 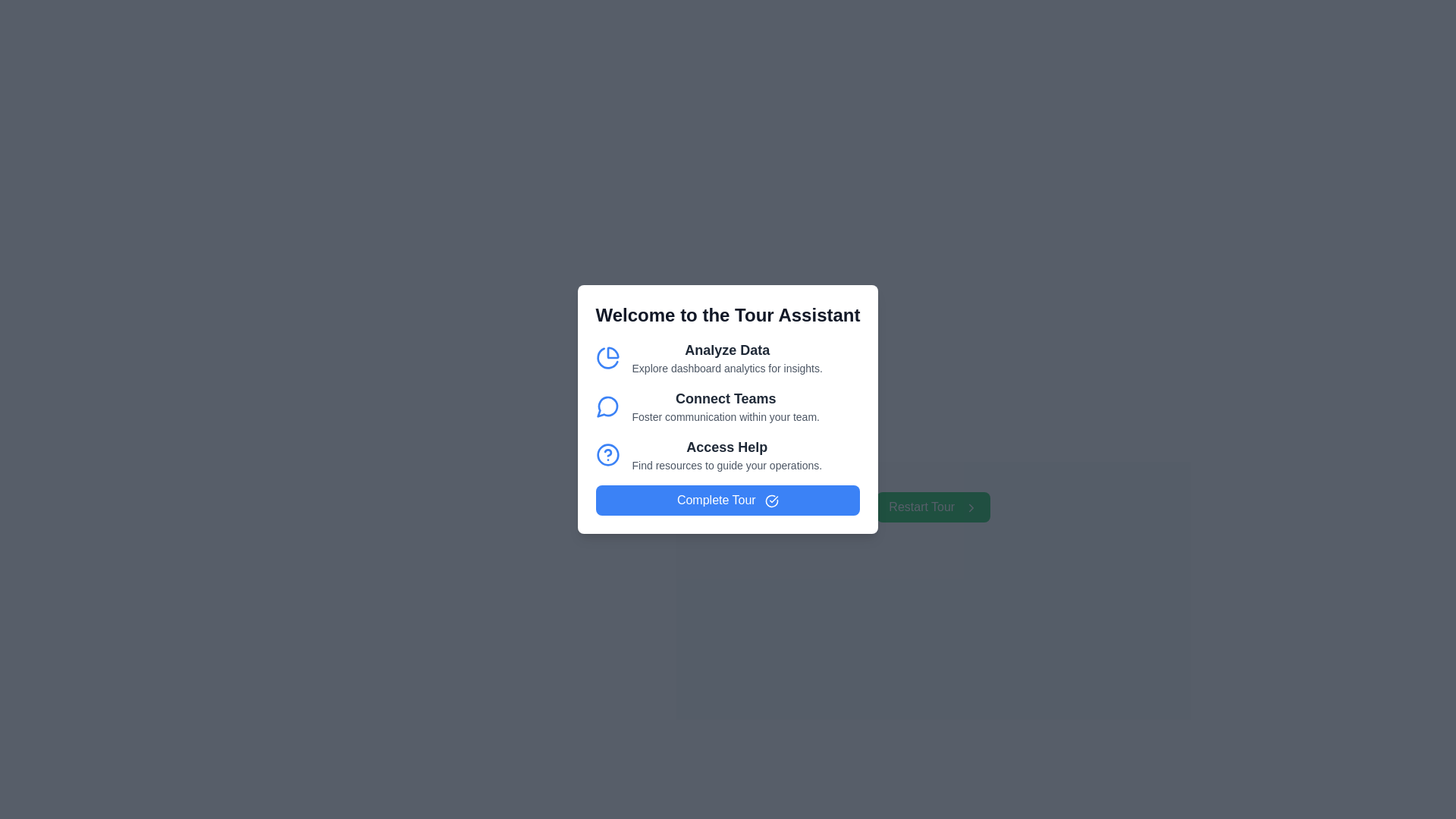 I want to click on the Decorative Text Block that presents an analytics-related option, located below the heading 'Welcome to the Tour Assistant' and above 'Connect Teams', so click(x=728, y=357).